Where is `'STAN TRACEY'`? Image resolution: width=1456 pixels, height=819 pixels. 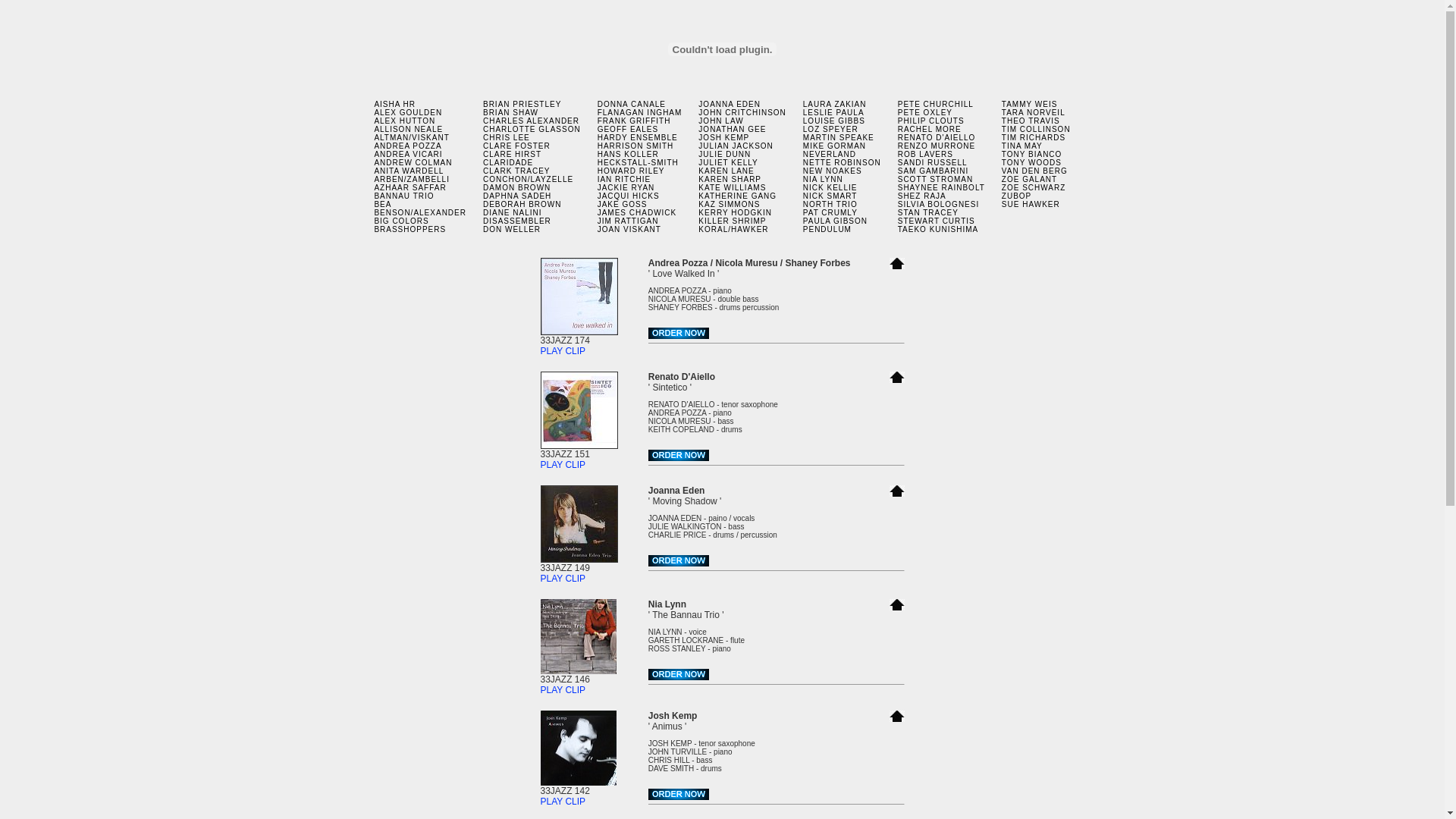 'STAN TRACEY' is located at coordinates (898, 212).